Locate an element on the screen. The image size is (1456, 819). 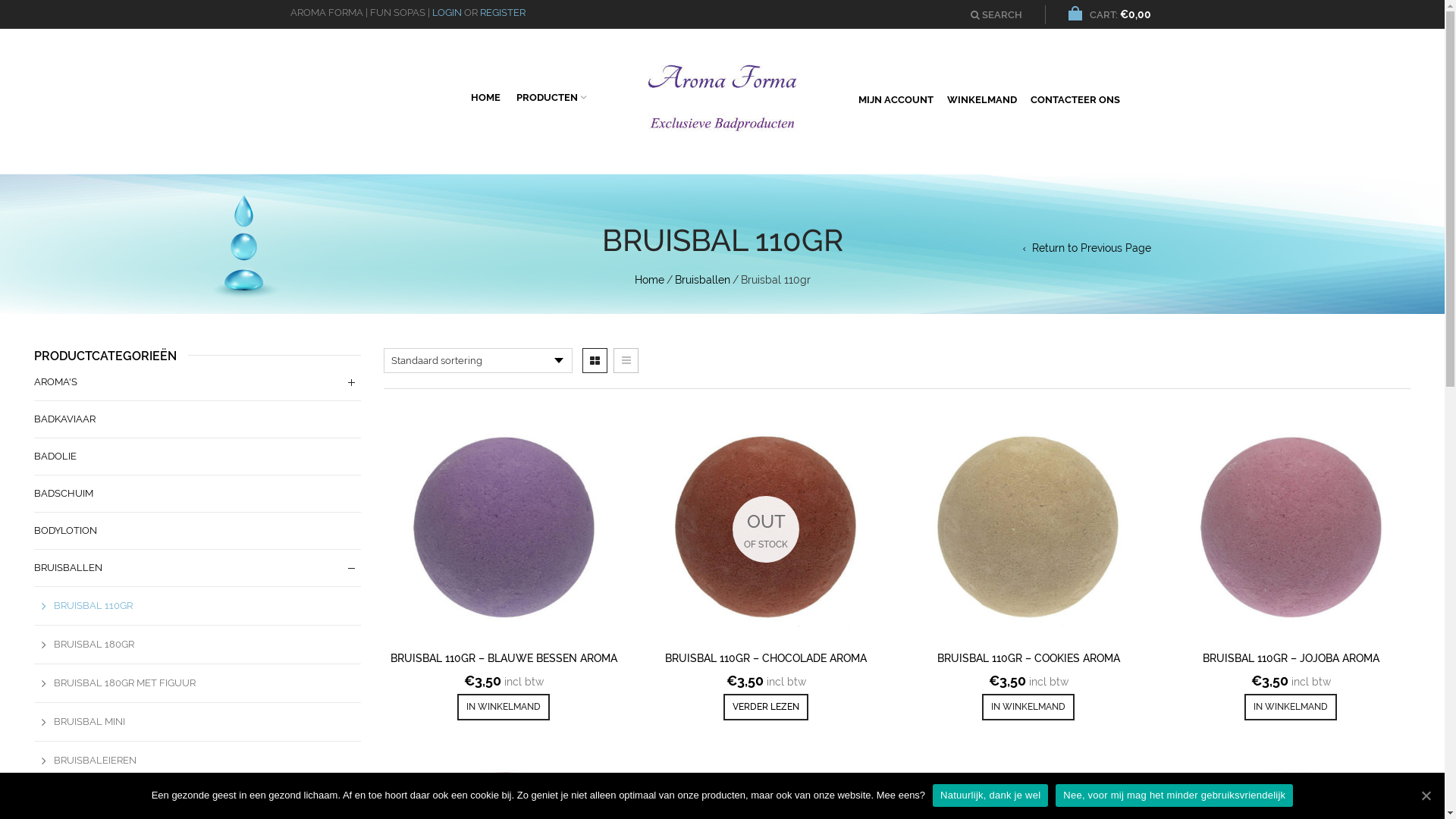
'HOME' is located at coordinates (485, 96).